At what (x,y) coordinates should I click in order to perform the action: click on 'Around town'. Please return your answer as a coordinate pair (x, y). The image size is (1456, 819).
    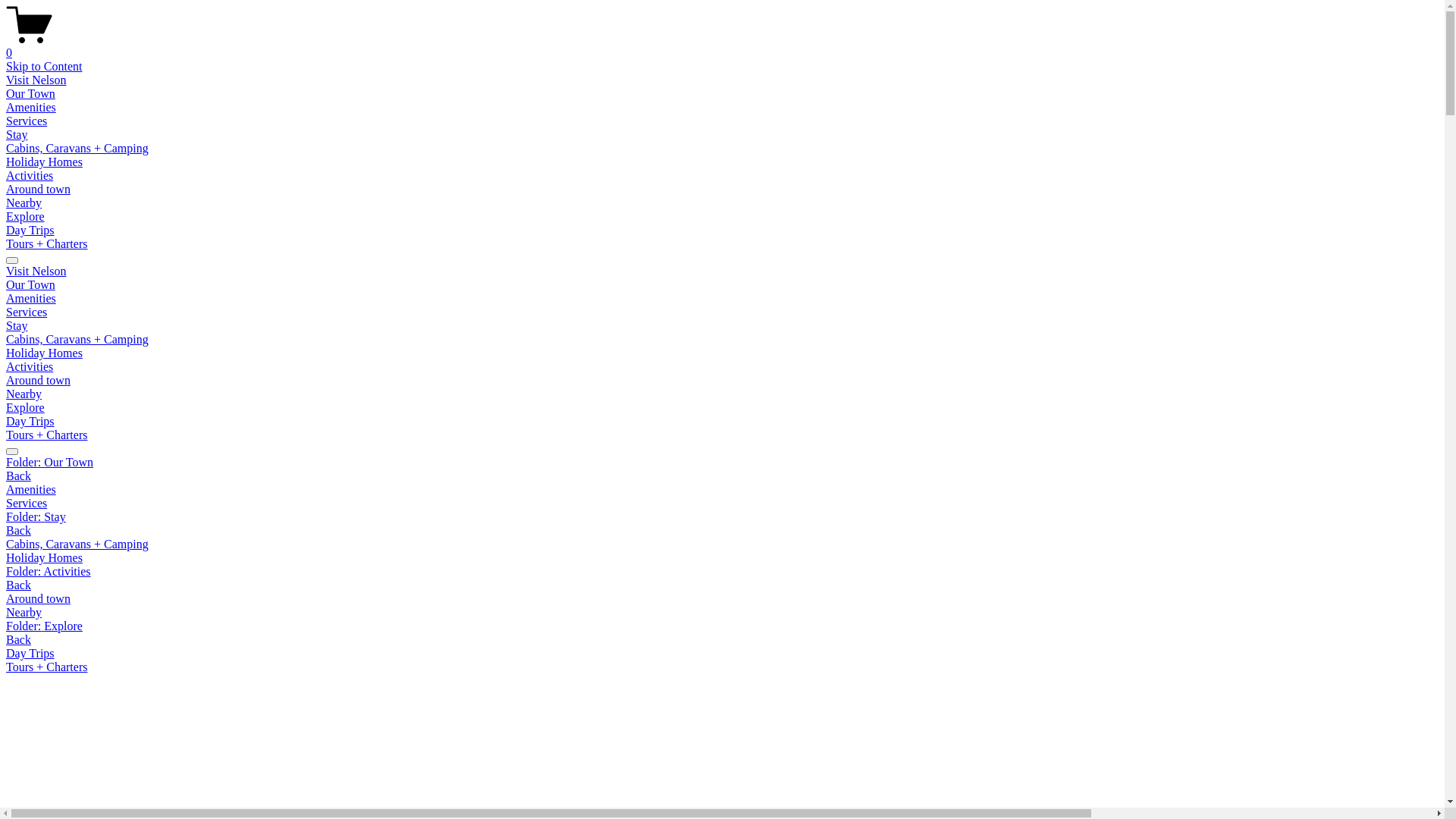
    Looking at the image, I should click on (38, 188).